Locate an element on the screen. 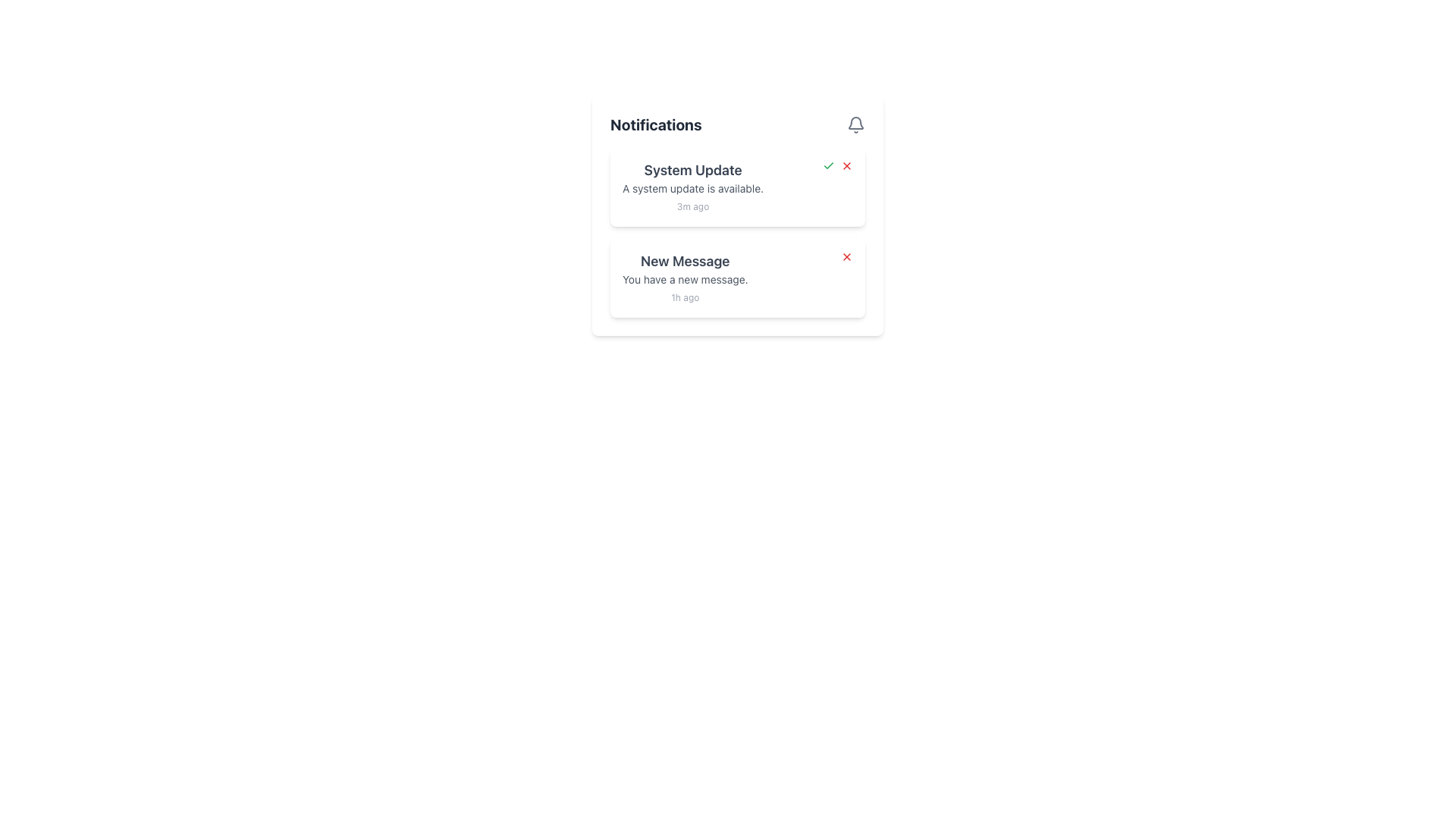 Image resolution: width=1456 pixels, height=819 pixels. the 'New Message' notification item, which contains a bold heading, a message text, and a timestamp is located at coordinates (684, 278).